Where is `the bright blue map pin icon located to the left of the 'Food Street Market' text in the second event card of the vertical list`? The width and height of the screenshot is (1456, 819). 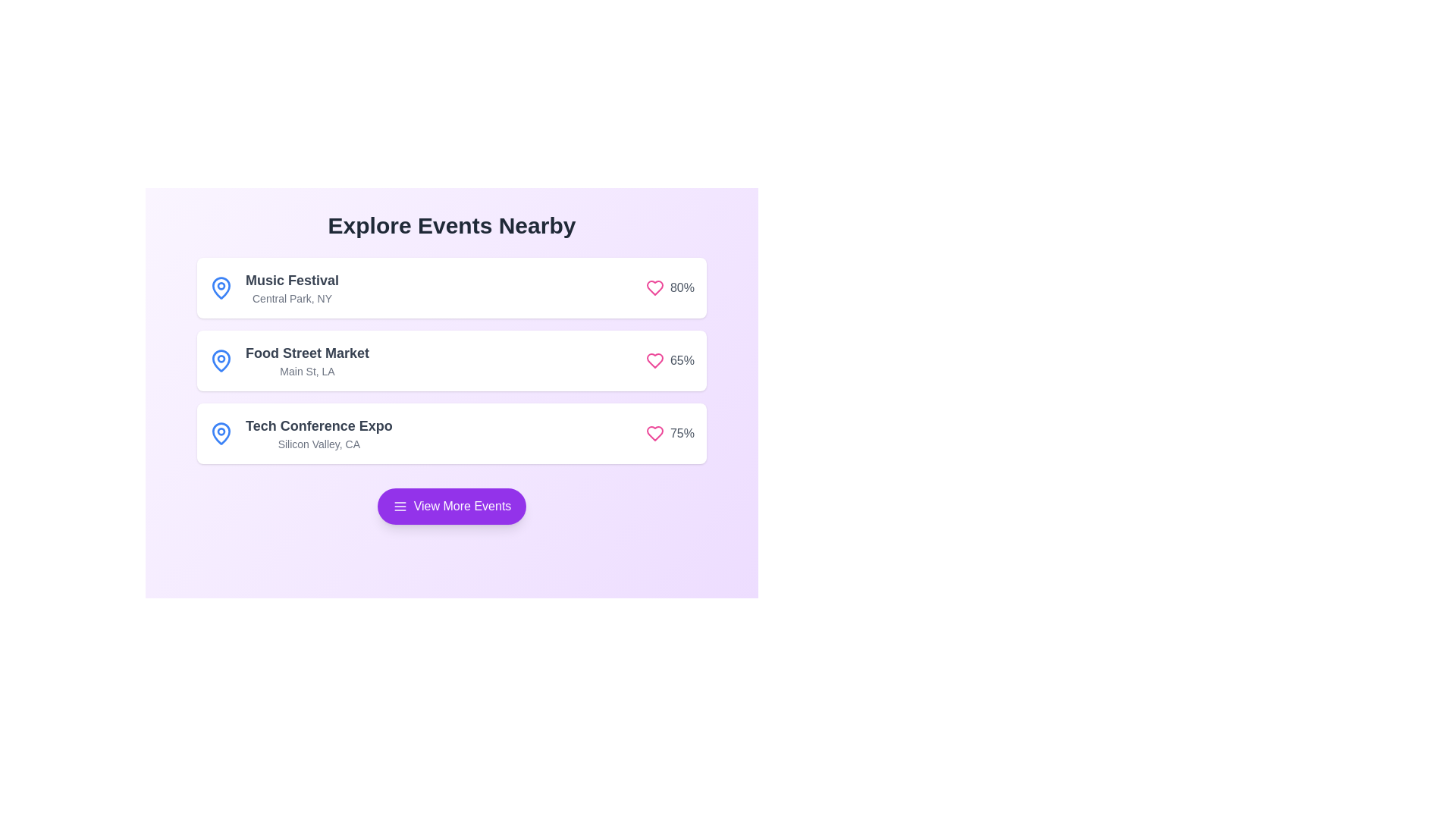
the bright blue map pin icon located to the left of the 'Food Street Market' text in the second event card of the vertical list is located at coordinates (221, 360).